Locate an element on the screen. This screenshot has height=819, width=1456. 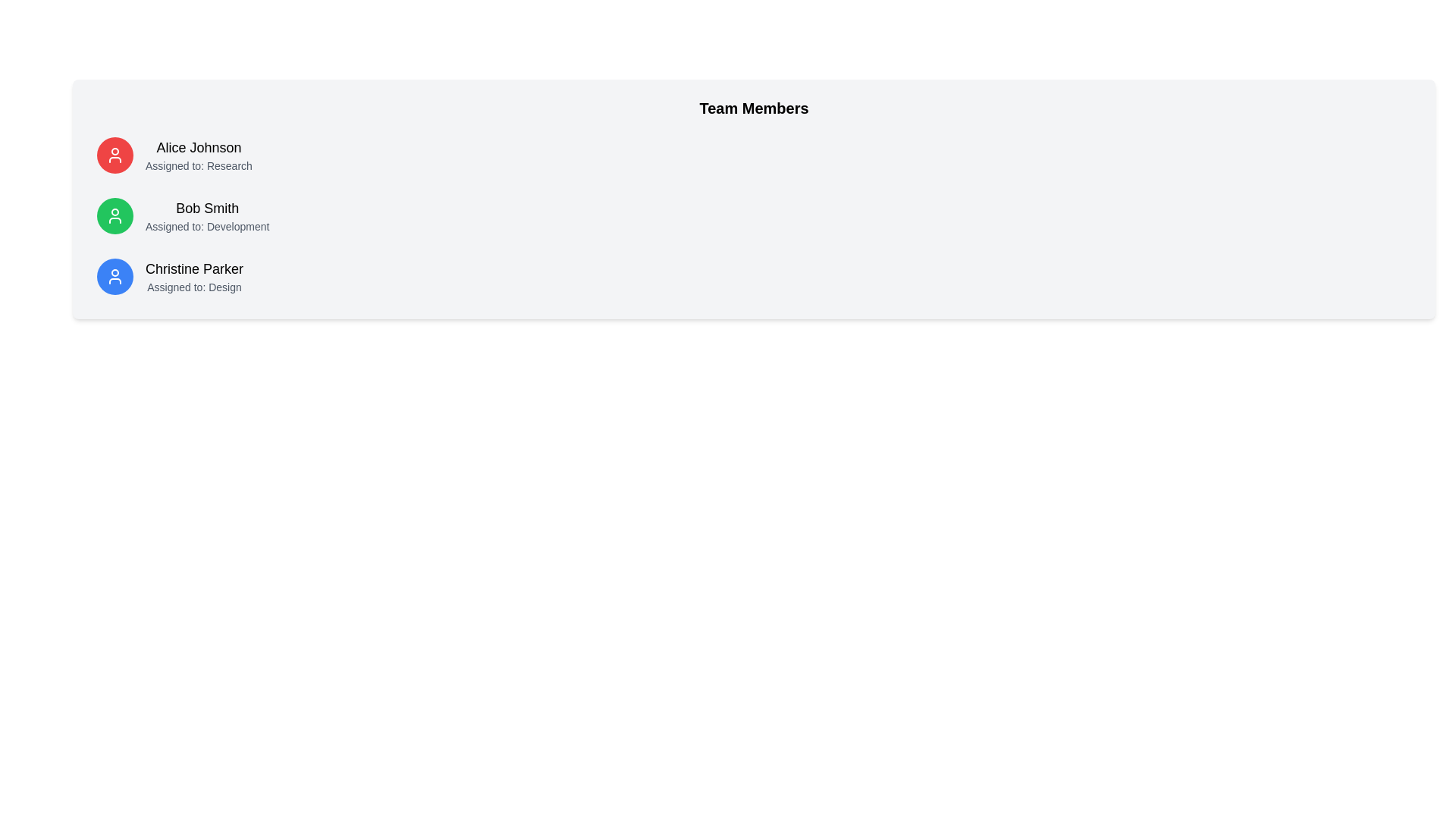
the circular blue button with a user symbol, located in the third row of the team members list next to 'Christine Parker' is located at coordinates (115, 277).